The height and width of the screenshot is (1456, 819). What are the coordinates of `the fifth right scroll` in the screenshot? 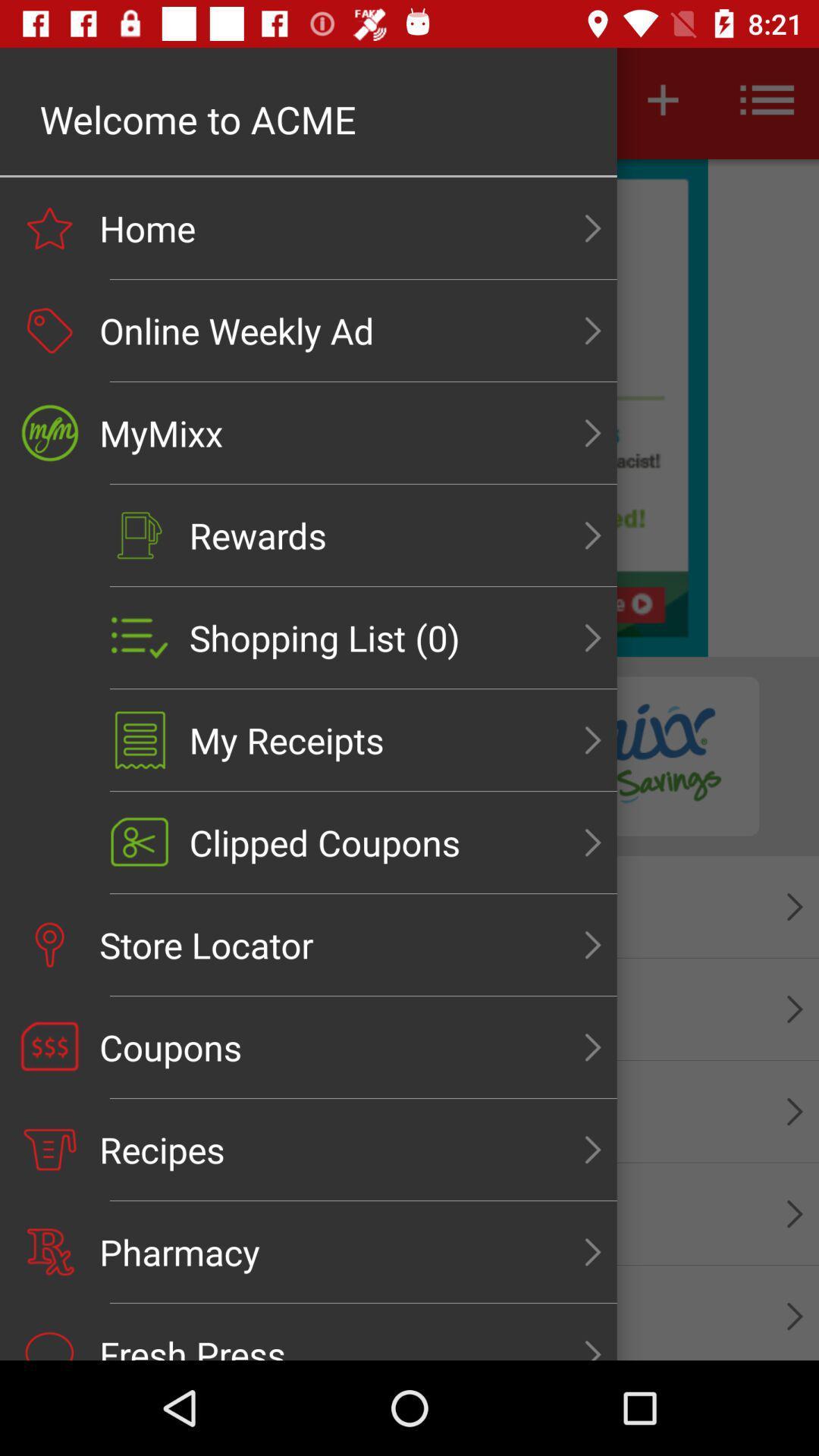 It's located at (592, 638).